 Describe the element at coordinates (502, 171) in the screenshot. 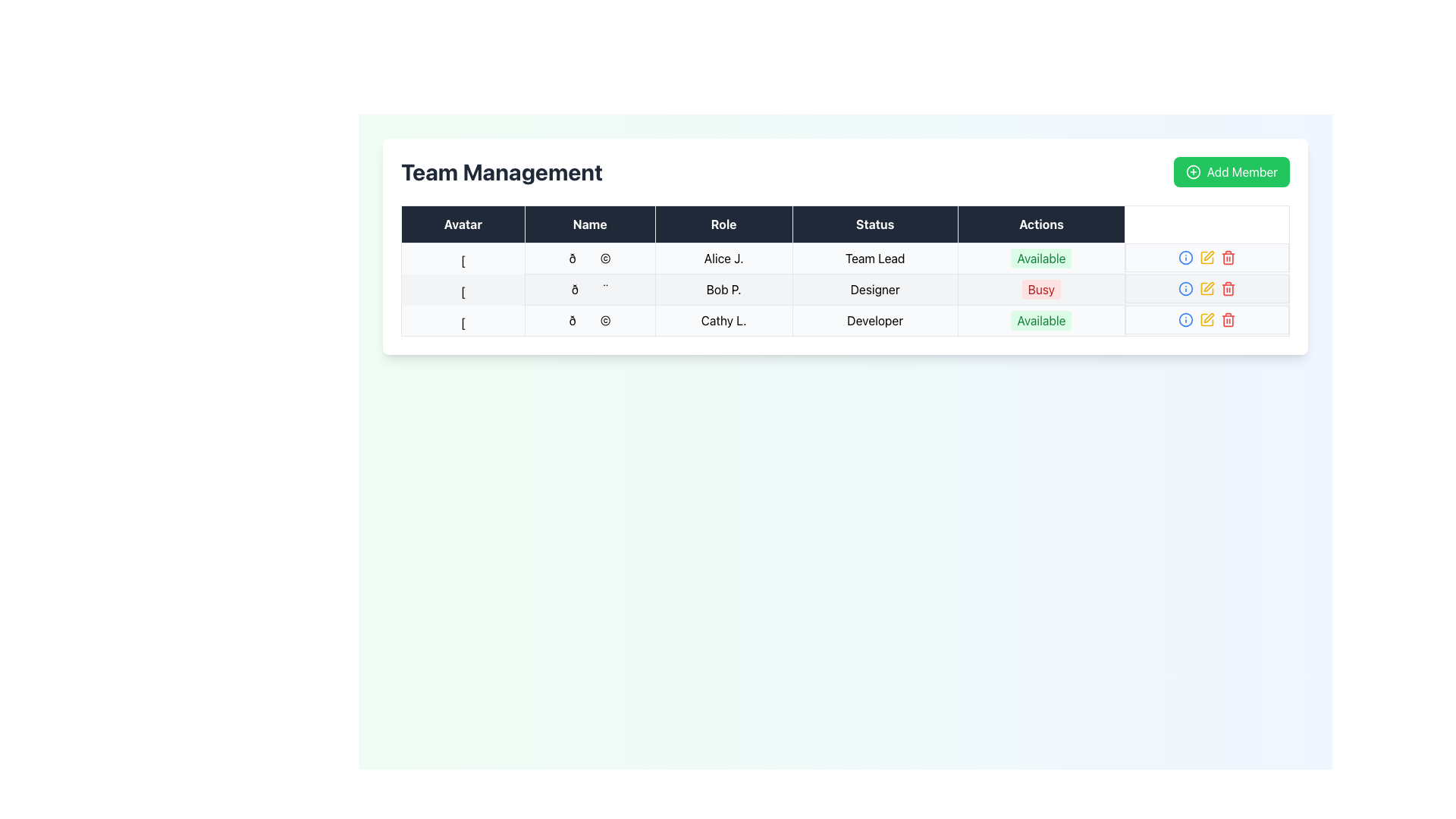

I see `the Header text or label element, which serves as a title indicating the content of the page, positioned on the left above the team details table` at that location.